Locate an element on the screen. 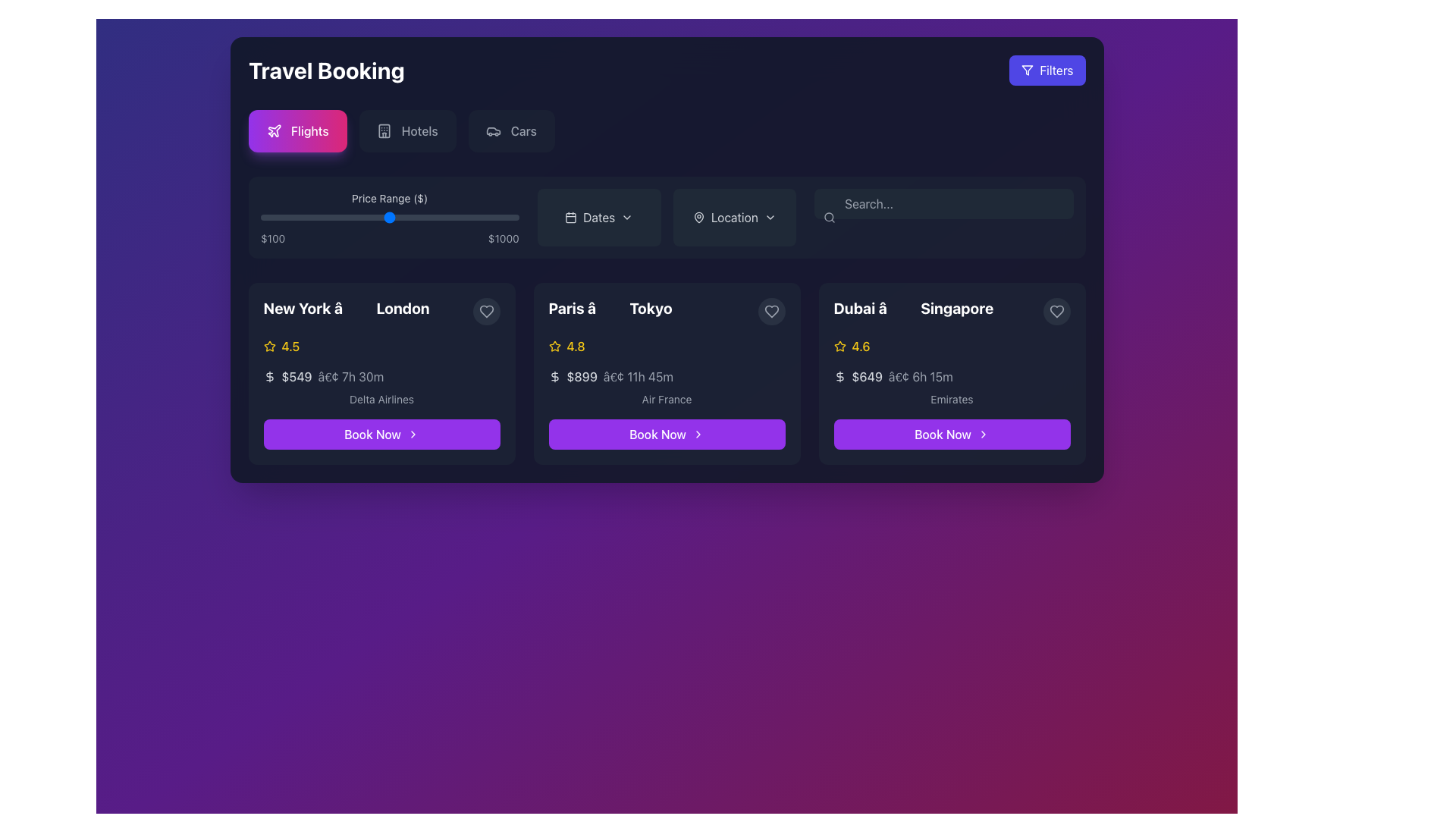 This screenshot has height=819, width=1456. the Text label displaying '$549', which is styled in bold font and located in the first travel option card, prominently positioned in the details section before the time indicator '• 7h 30m' is located at coordinates (297, 376).